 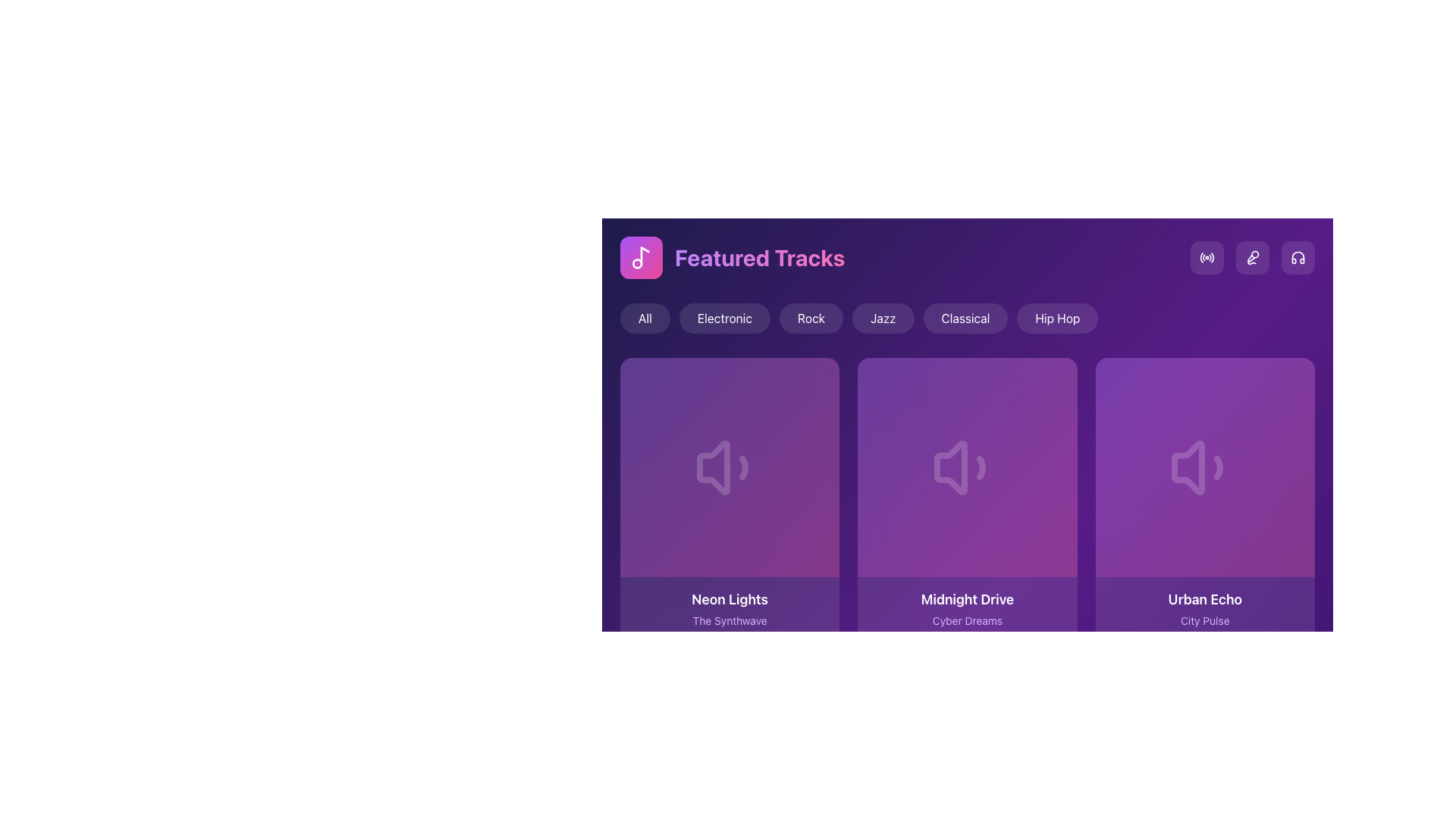 I want to click on the 'All' button, so click(x=645, y=318).